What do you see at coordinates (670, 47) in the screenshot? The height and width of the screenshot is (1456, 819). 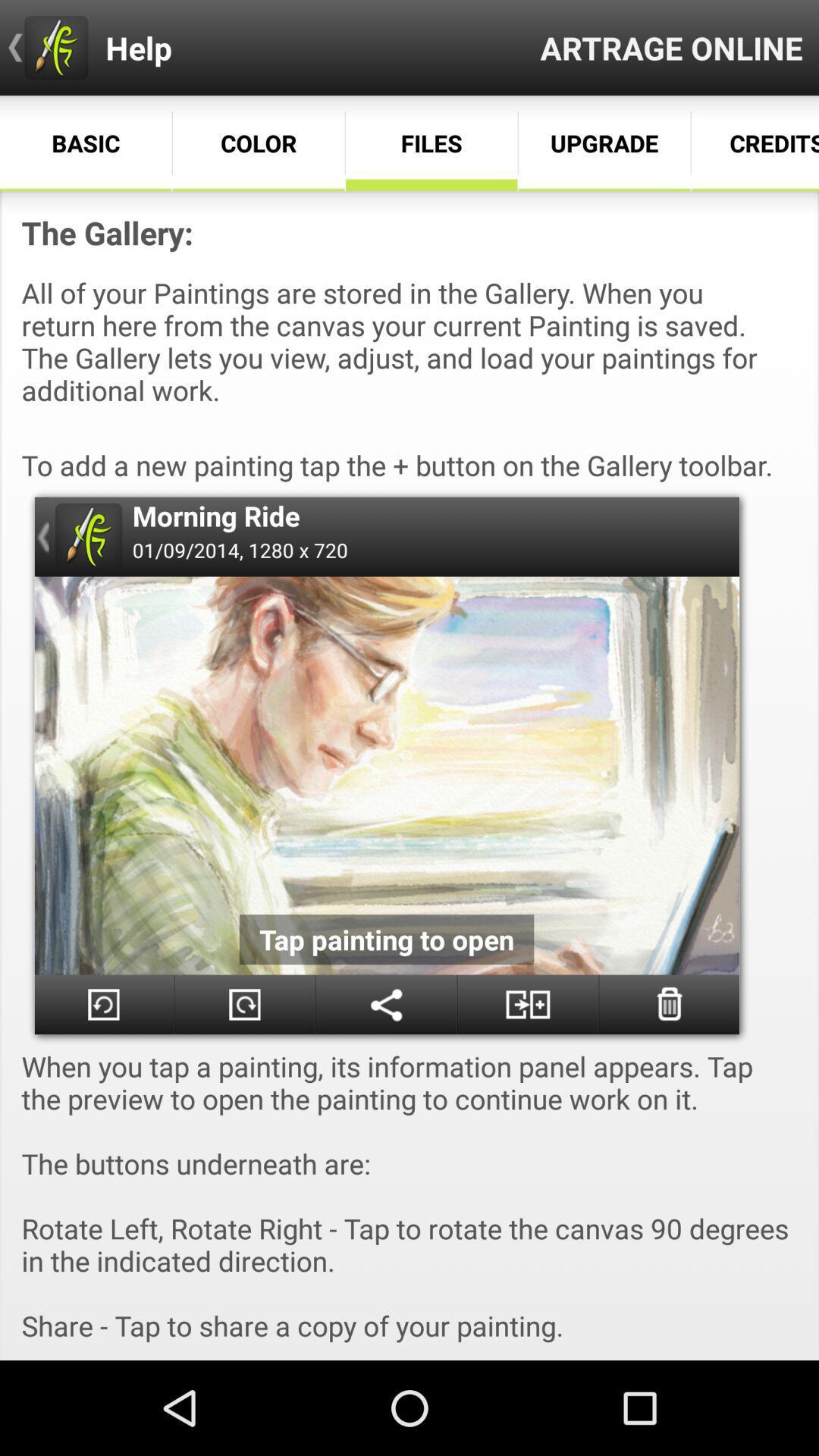 I see `item to the right of the help icon` at bounding box center [670, 47].